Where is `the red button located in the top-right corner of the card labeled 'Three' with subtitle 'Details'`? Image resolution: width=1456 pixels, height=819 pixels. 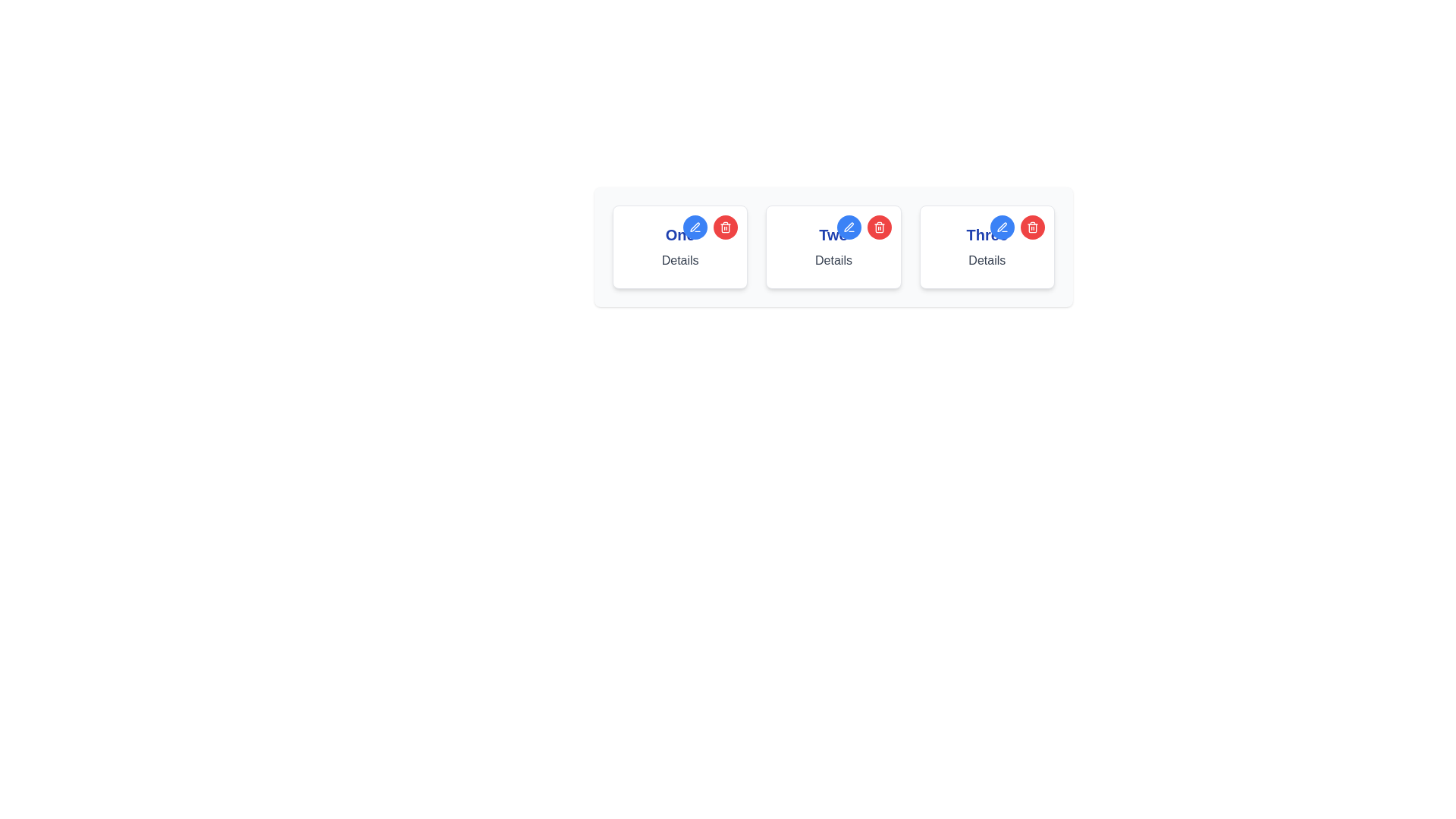 the red button located in the top-right corner of the card labeled 'Three' with subtitle 'Details' is located at coordinates (1017, 227).